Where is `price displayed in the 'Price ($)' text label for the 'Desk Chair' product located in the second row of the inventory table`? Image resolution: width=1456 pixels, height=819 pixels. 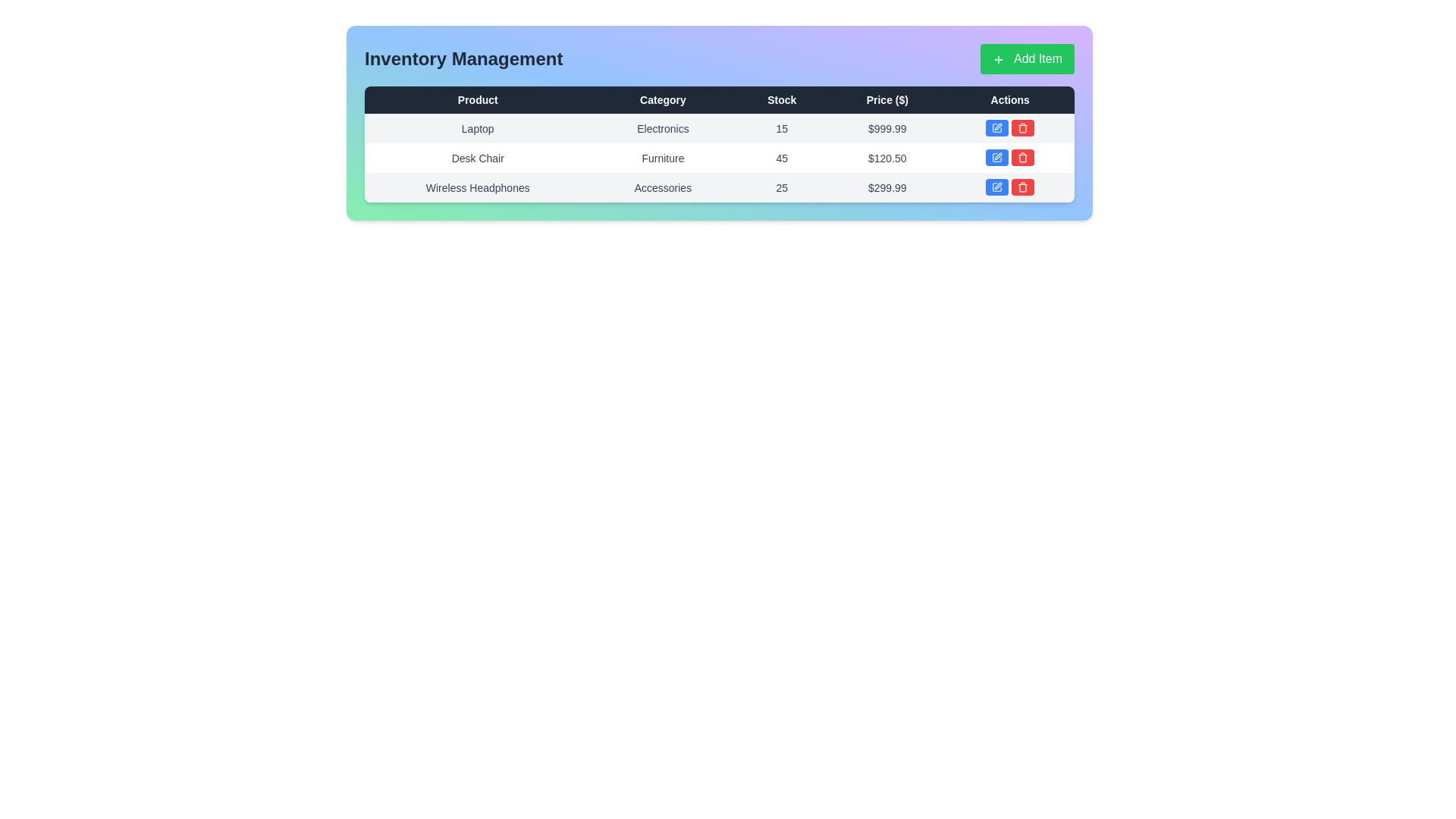
price displayed in the 'Price ($)' text label for the 'Desk Chair' product located in the second row of the inventory table is located at coordinates (887, 158).